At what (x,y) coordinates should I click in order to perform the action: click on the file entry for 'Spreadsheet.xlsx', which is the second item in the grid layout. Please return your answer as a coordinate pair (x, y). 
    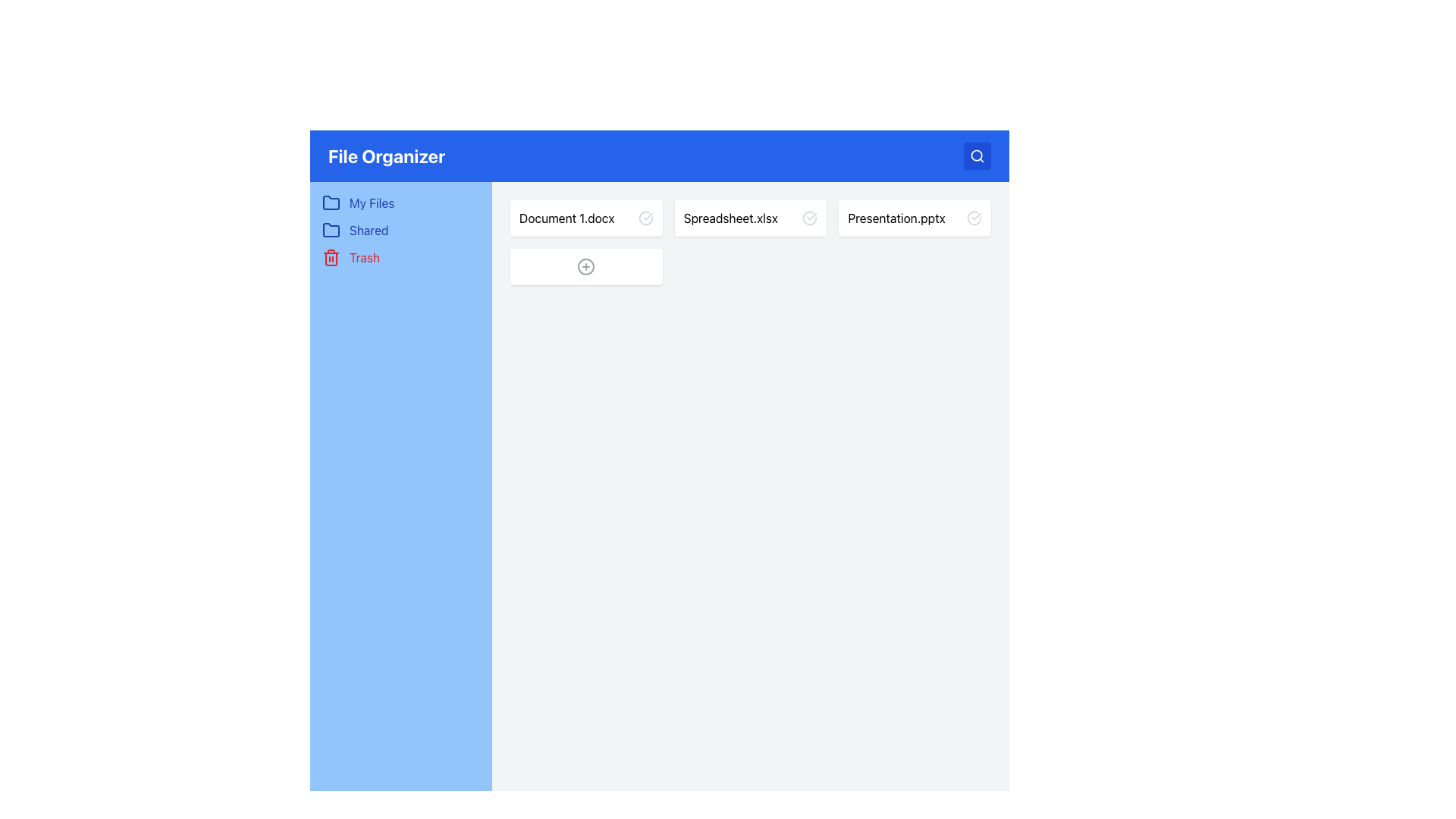
    Looking at the image, I should click on (750, 218).